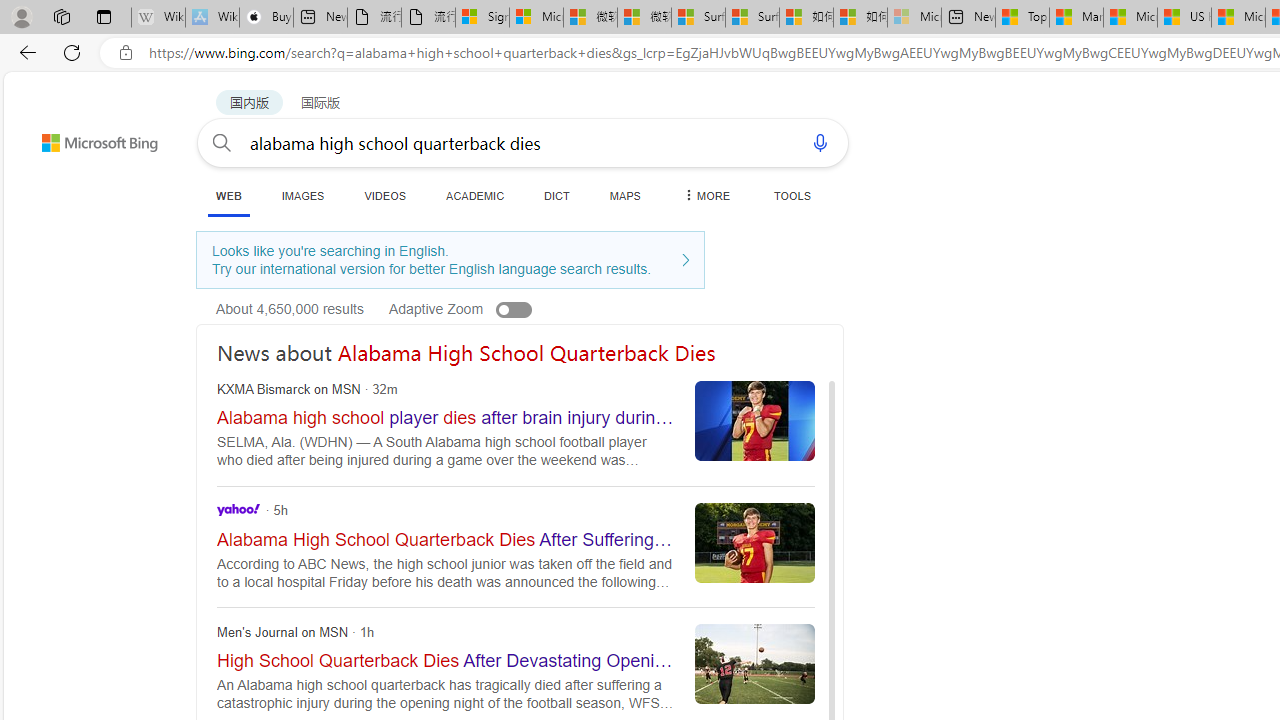 This screenshot has width=1280, height=720. Describe the element at coordinates (705, 195) in the screenshot. I see `'Dropdown Menu'` at that location.